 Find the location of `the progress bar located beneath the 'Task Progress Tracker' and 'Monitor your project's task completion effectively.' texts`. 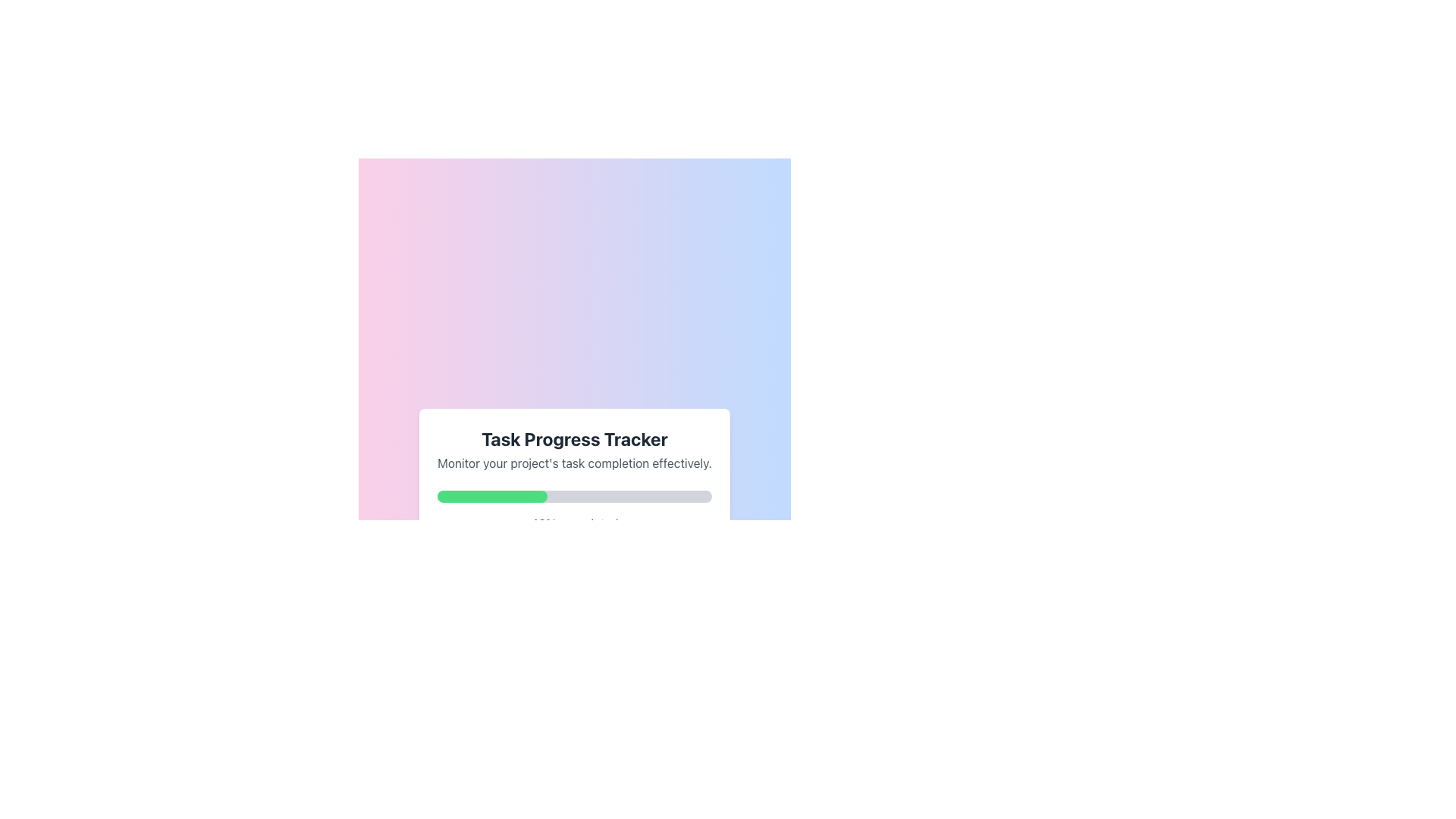

the progress bar located beneath the 'Task Progress Tracker' and 'Monitor your project's task completion effectively.' texts is located at coordinates (574, 497).